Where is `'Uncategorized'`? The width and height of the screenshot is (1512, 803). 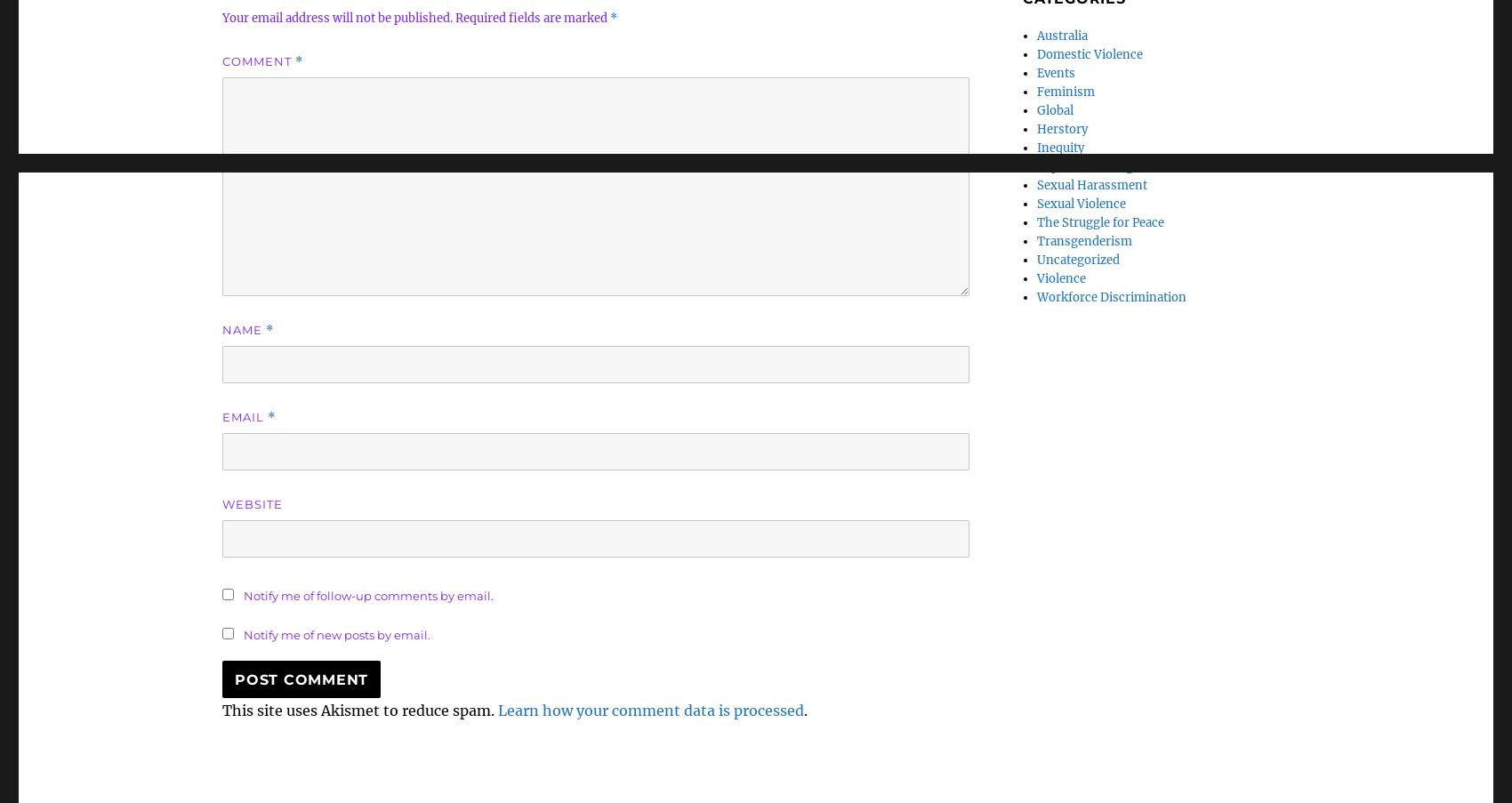
'Uncategorized' is located at coordinates (1077, 259).